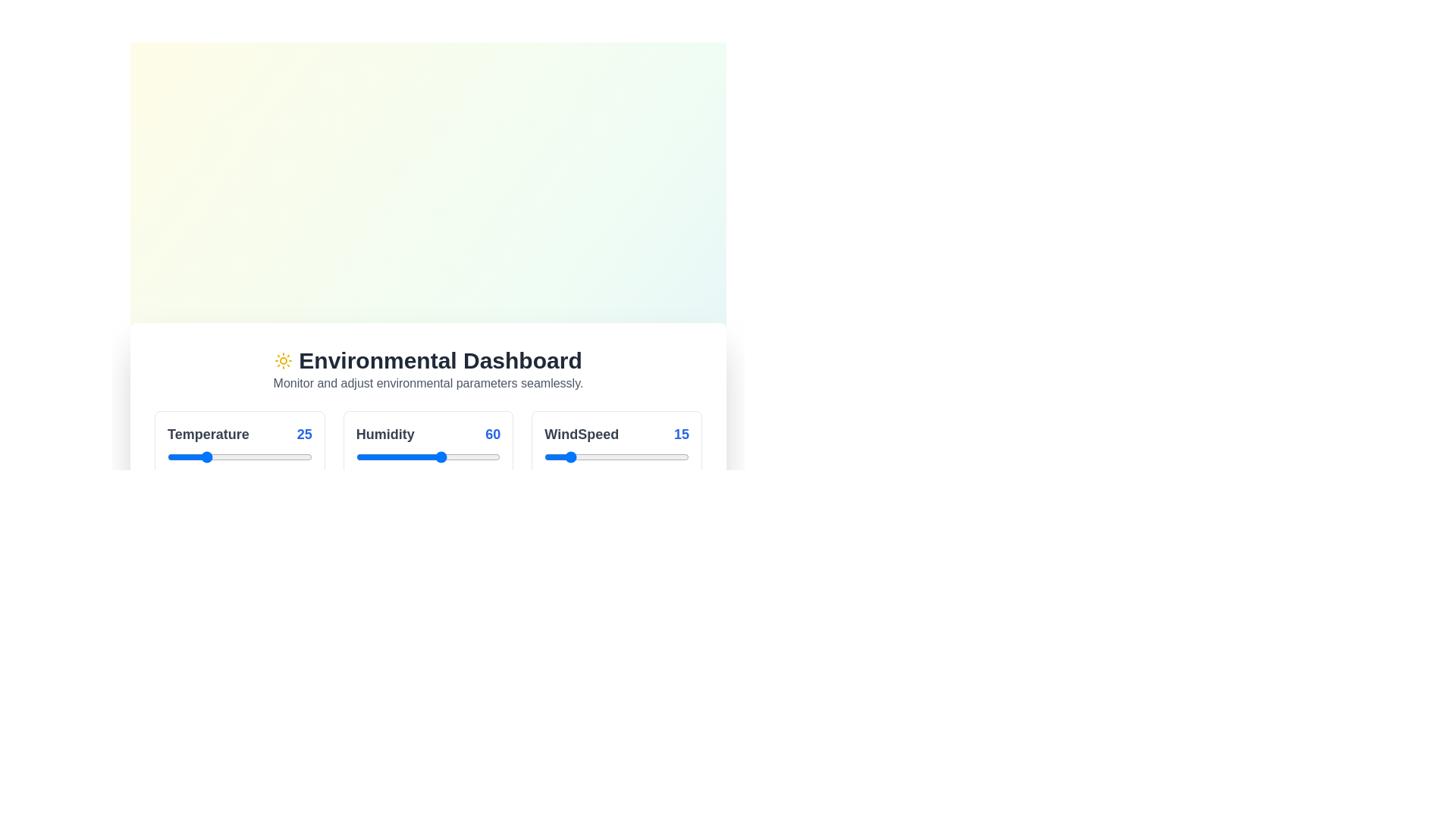  What do you see at coordinates (243, 456) in the screenshot?
I see `the slider` at bounding box center [243, 456].